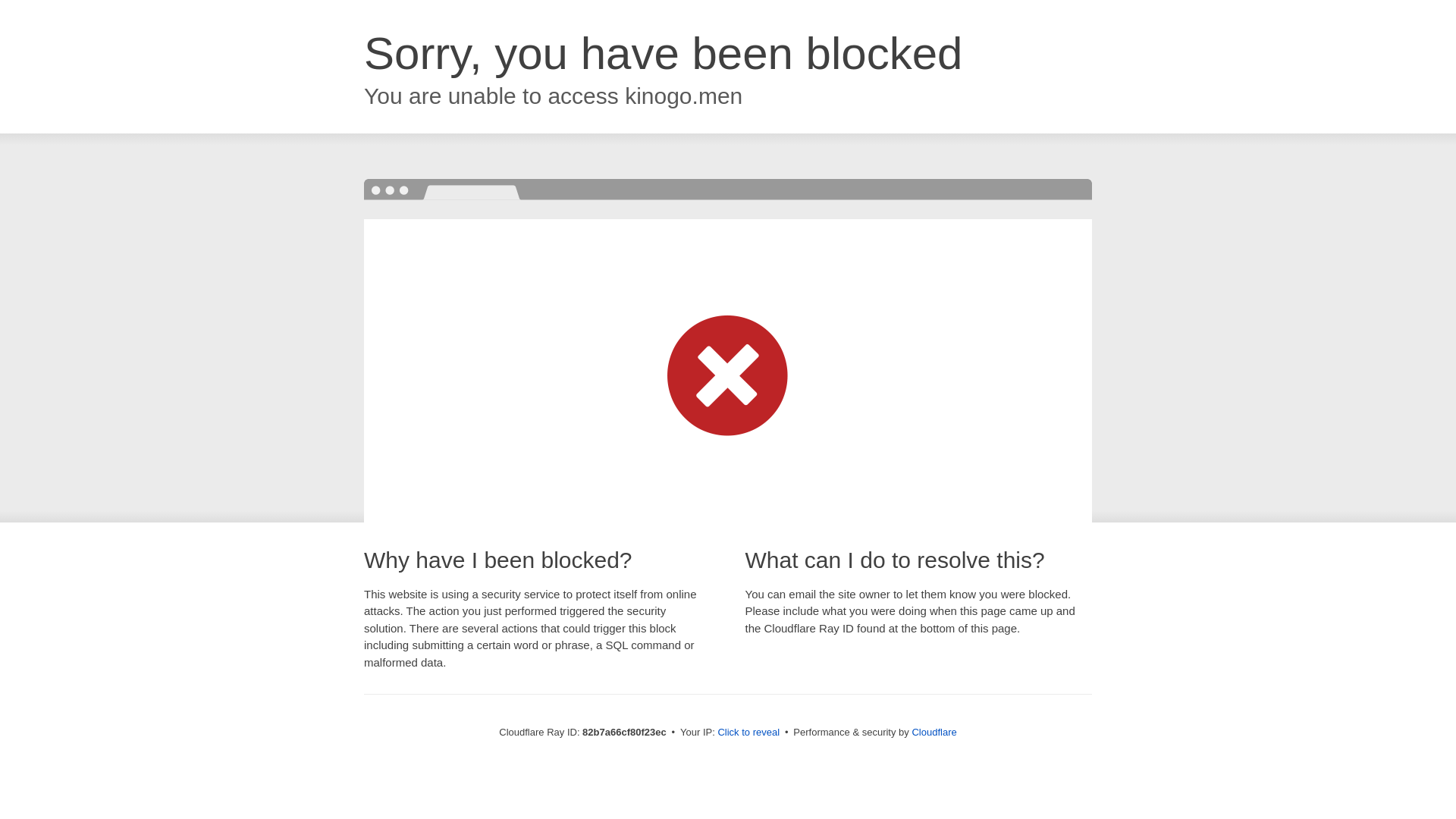 This screenshot has height=819, width=1456. What do you see at coordinates (748, 731) in the screenshot?
I see `'Click to reveal'` at bounding box center [748, 731].